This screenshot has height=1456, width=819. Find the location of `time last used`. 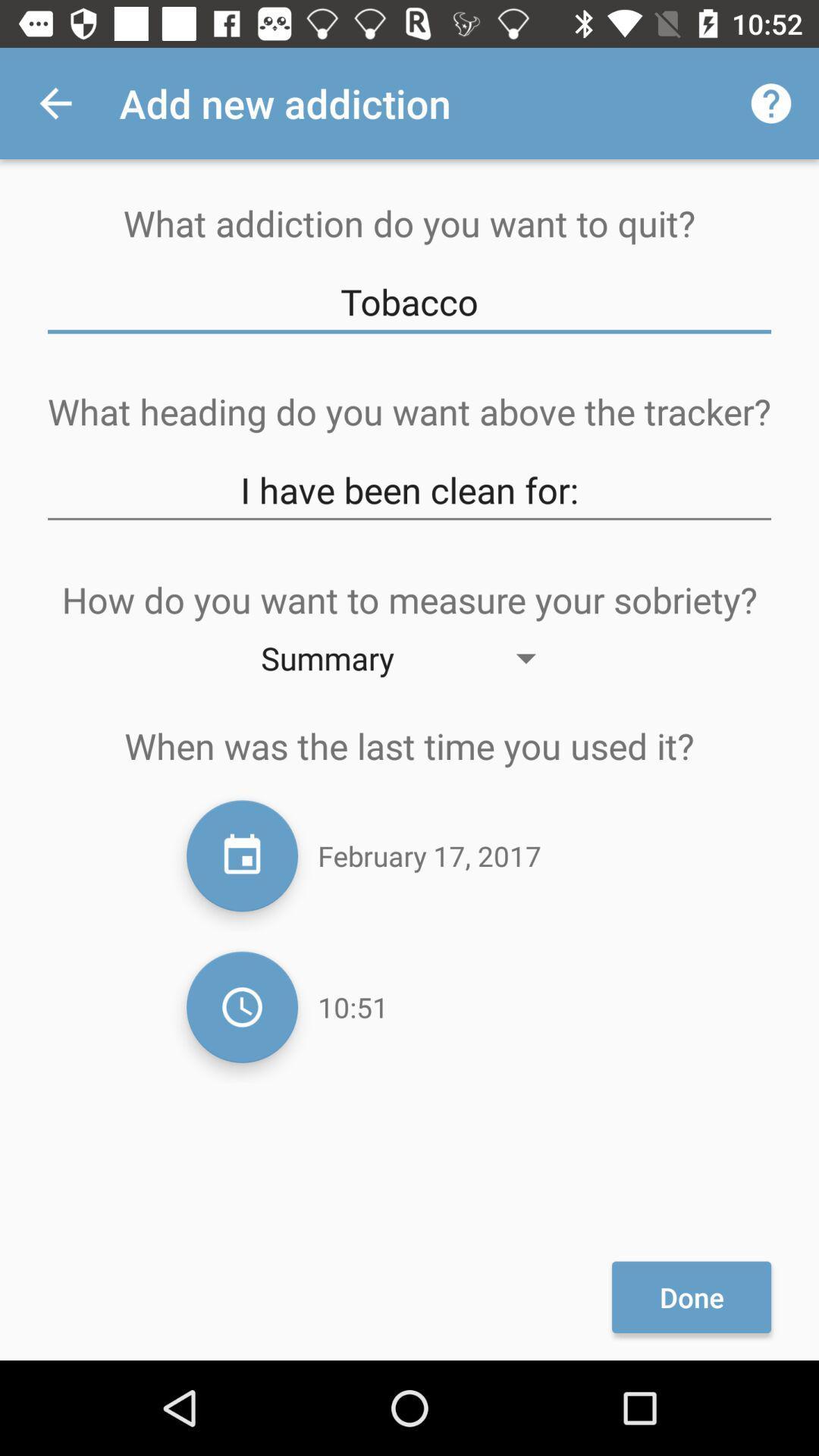

time last used is located at coordinates (241, 1007).